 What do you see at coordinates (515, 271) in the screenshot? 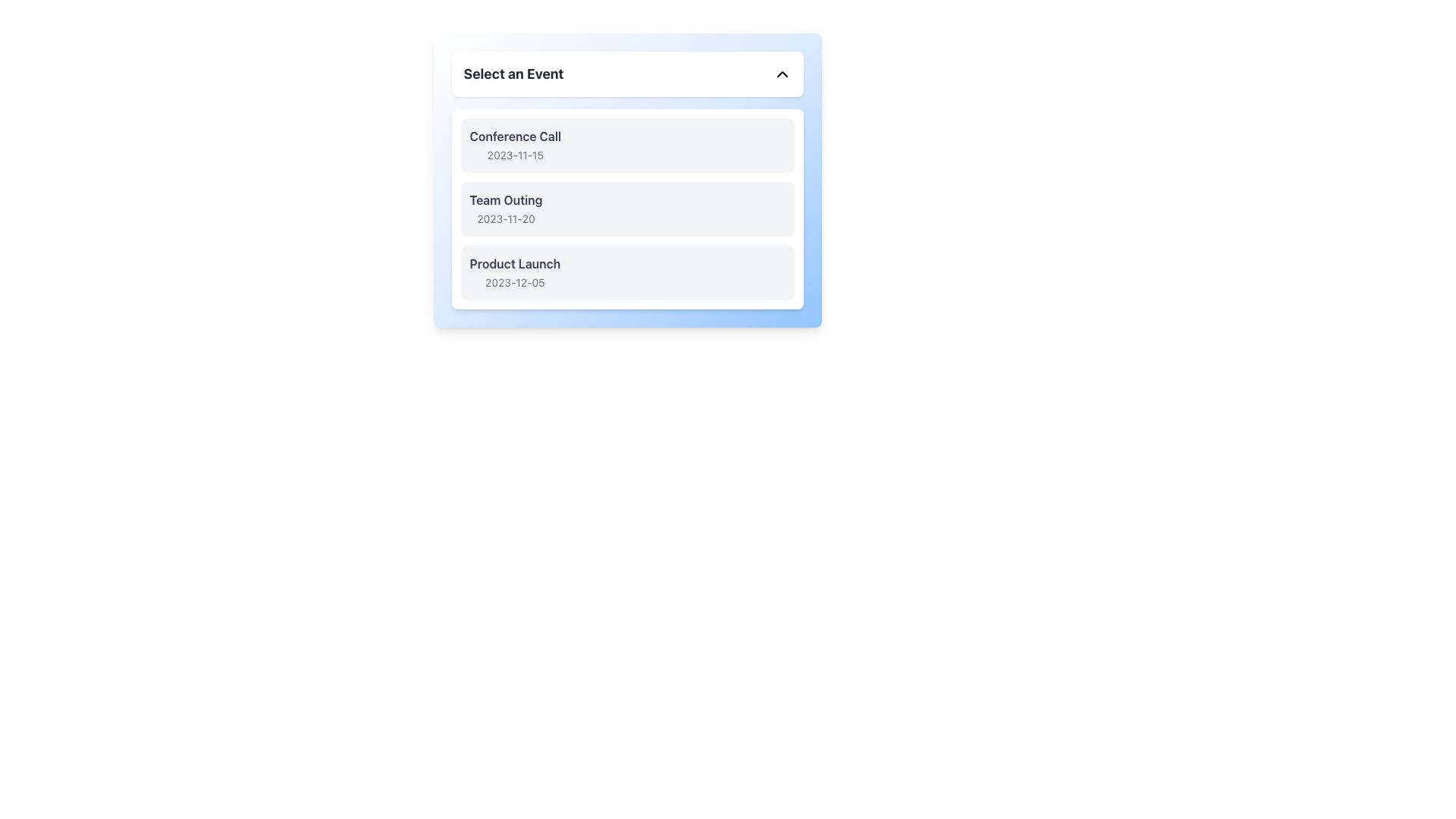
I see `to select the 'Product Launch' event card, which features bold gray text for the title and a lighter gray date below it, positioned as the third item in a vertical list of selectable cards` at bounding box center [515, 271].